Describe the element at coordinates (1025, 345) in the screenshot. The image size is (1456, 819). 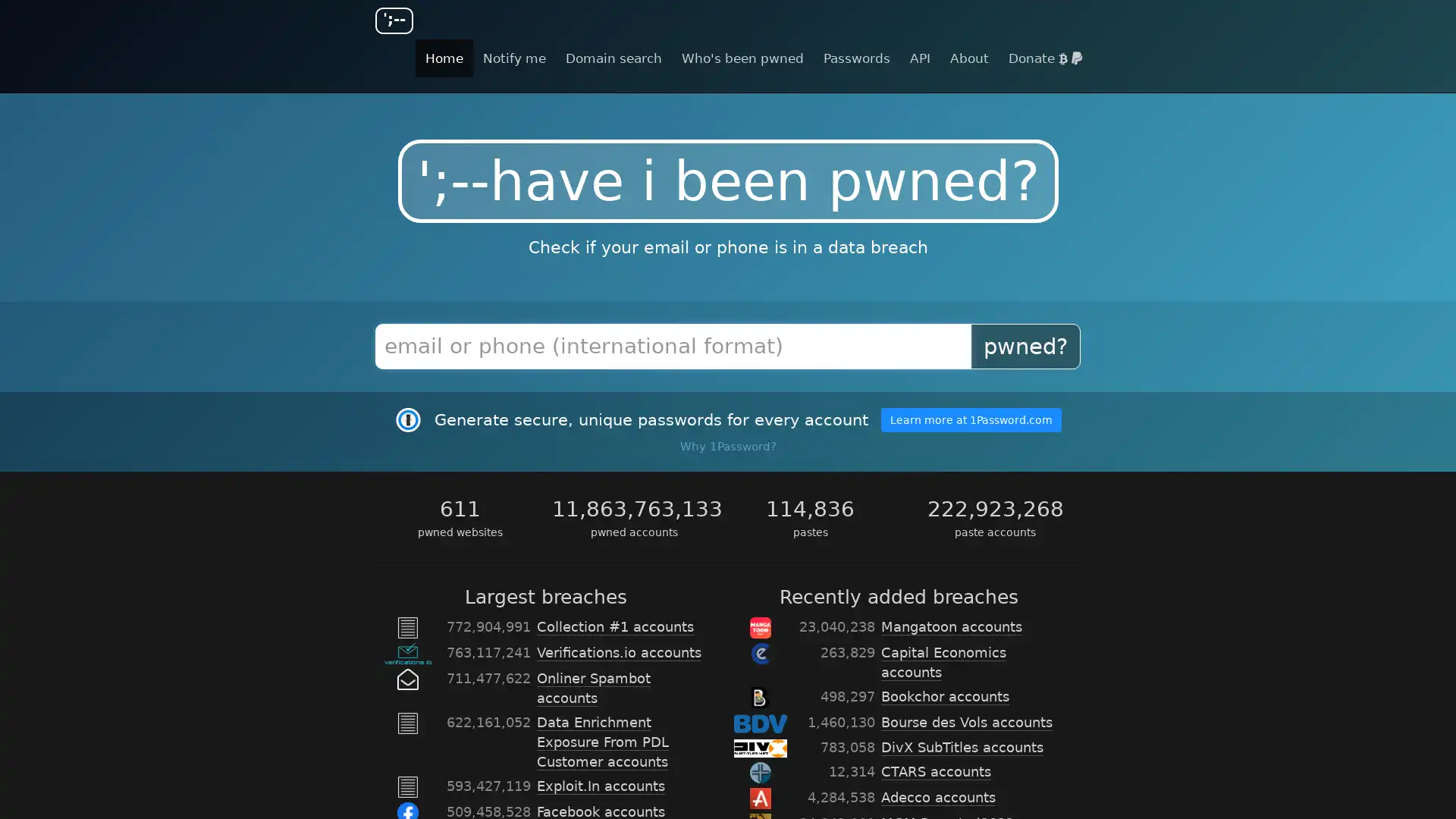
I see `pwned?` at that location.